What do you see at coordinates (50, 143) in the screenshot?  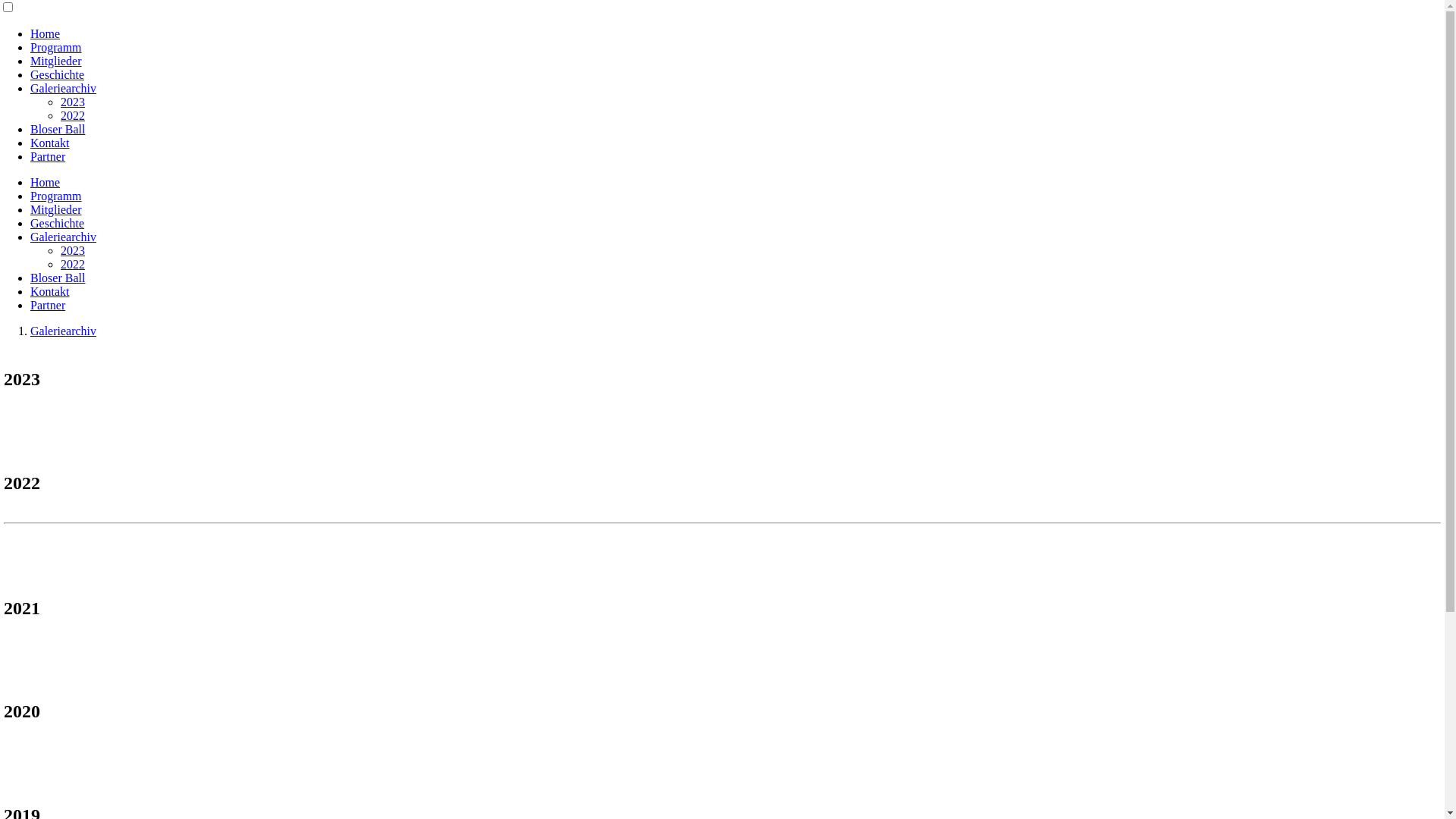 I see `'Kontakt'` at bounding box center [50, 143].